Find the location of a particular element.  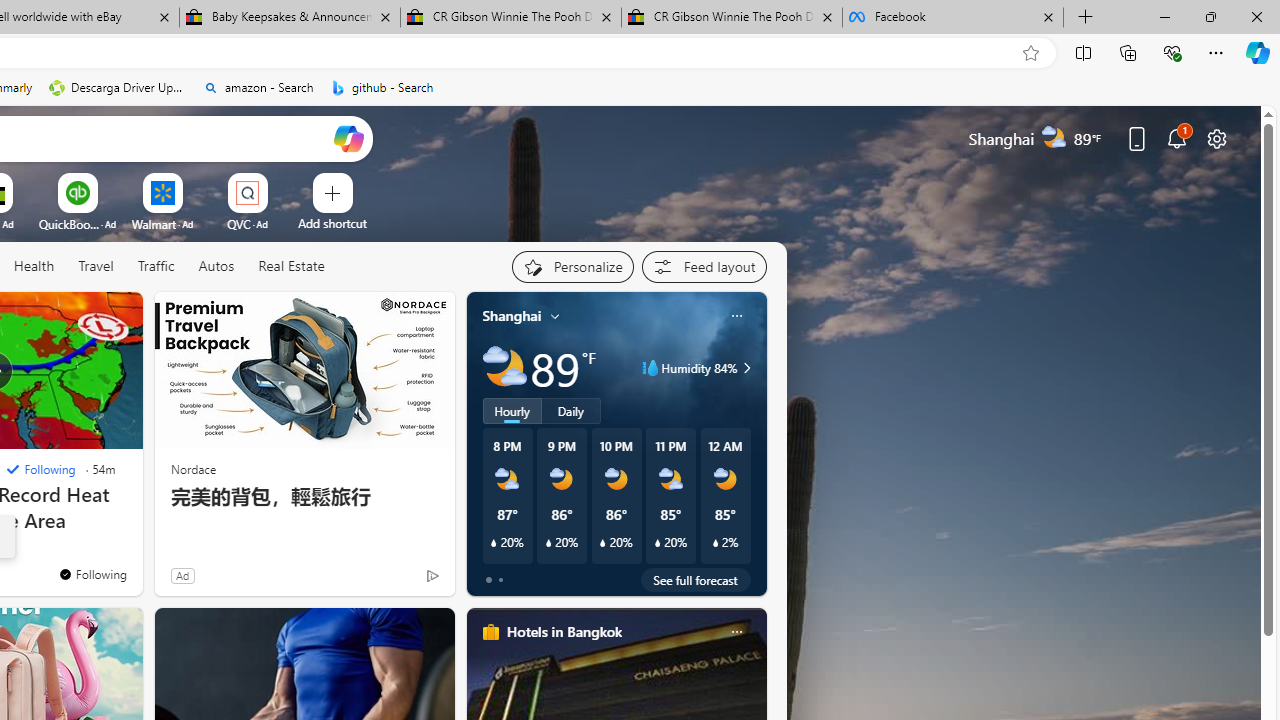

'You' is located at coordinates (91, 573).